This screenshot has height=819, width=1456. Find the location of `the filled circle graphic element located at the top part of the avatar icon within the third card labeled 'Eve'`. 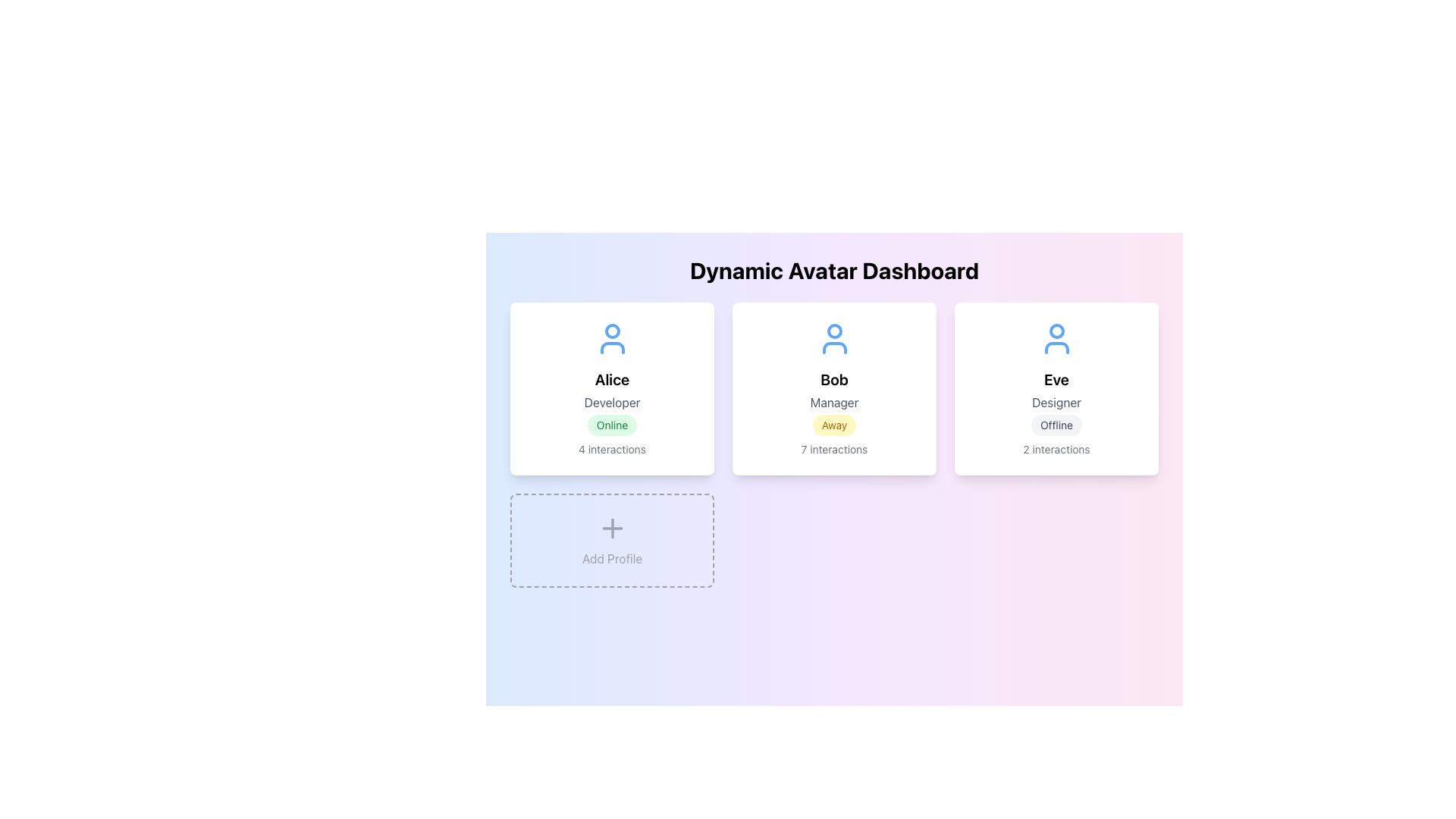

the filled circle graphic element located at the top part of the avatar icon within the third card labeled 'Eve' is located at coordinates (1056, 330).